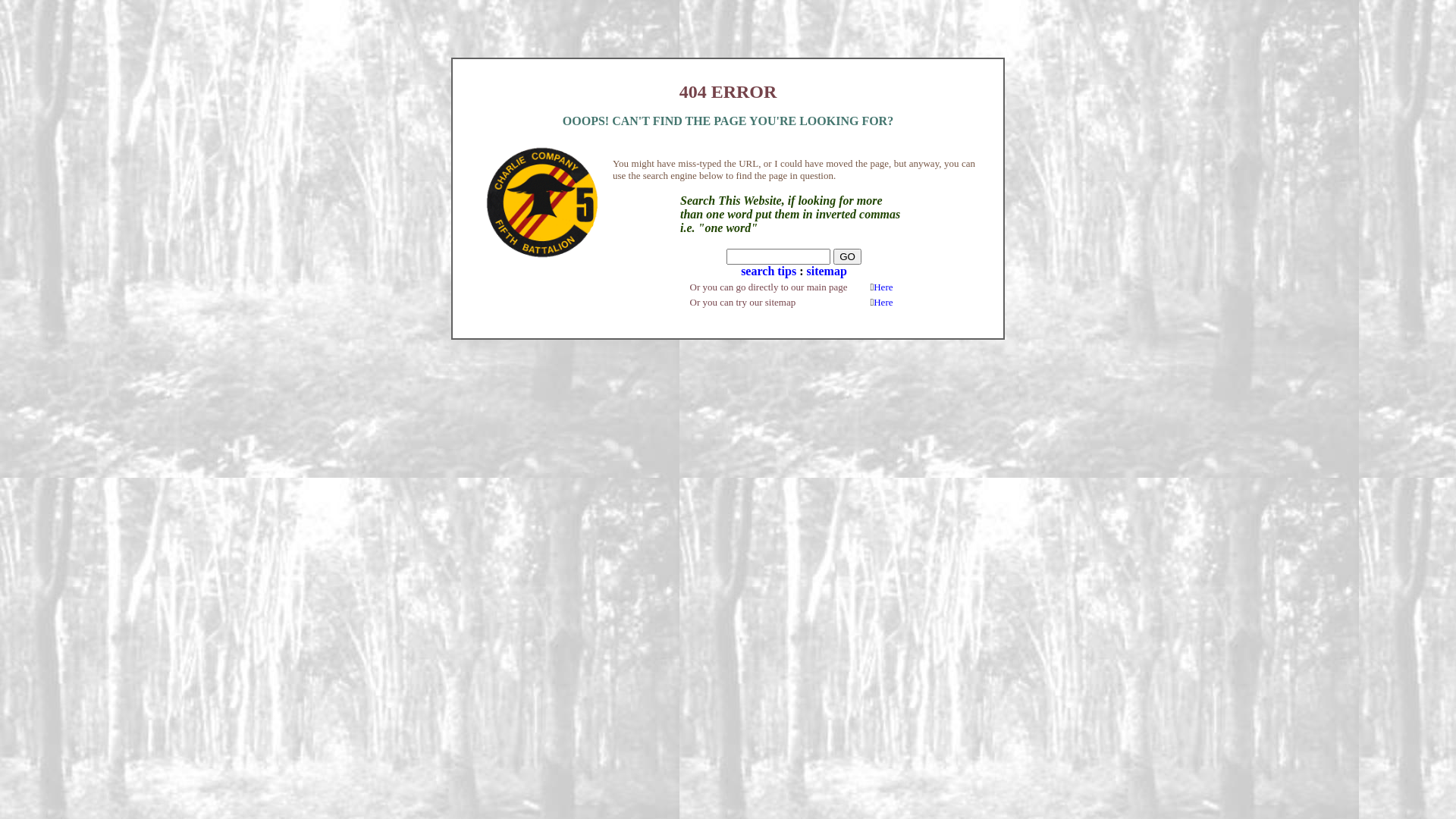 The height and width of the screenshot is (819, 1456). Describe the element at coordinates (846, 256) in the screenshot. I see `'GO'` at that location.